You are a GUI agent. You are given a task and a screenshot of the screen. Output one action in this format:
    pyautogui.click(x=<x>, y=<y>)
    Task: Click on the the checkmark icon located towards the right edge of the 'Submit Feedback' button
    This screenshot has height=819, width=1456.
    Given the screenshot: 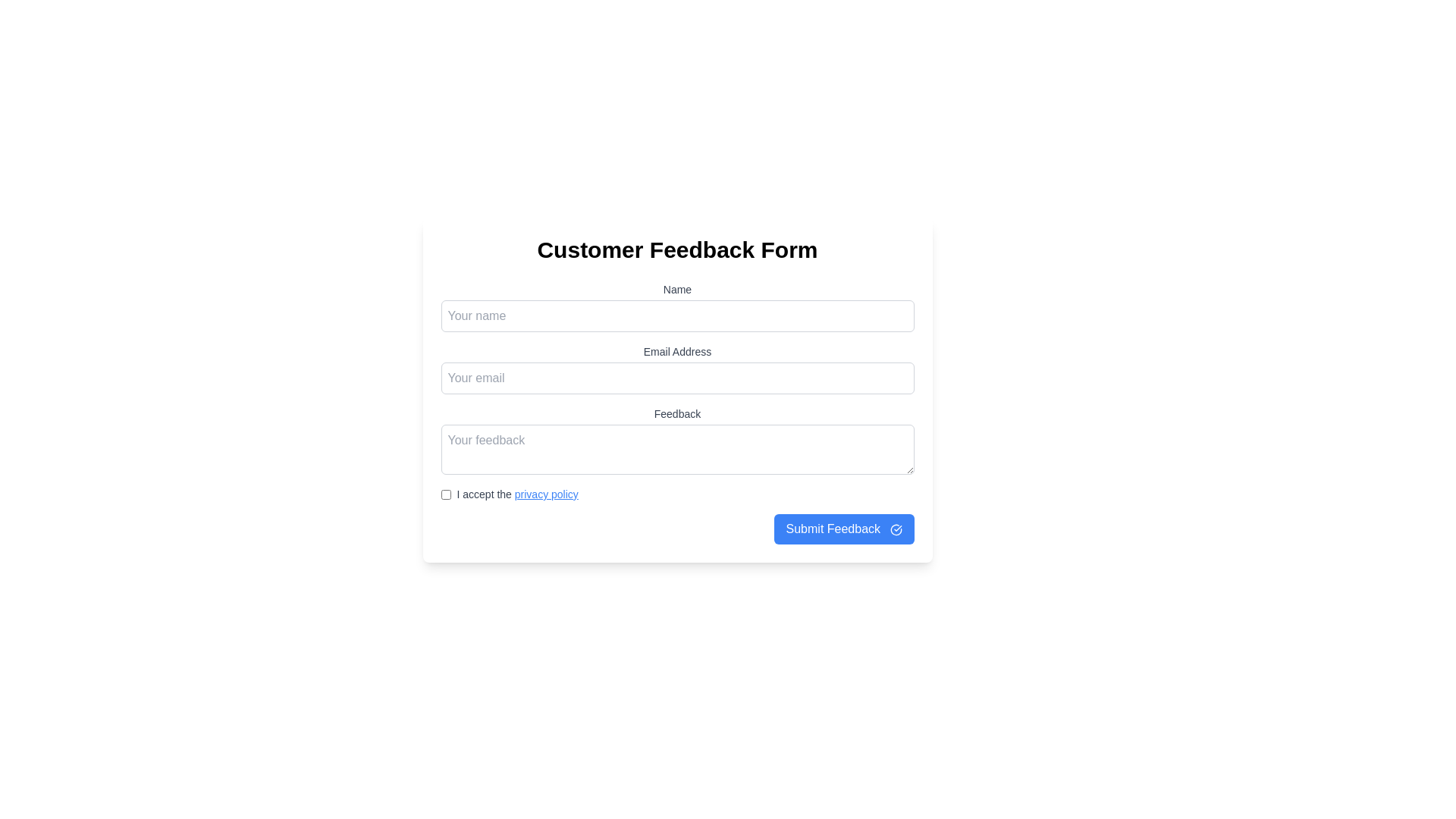 What is the action you would take?
    pyautogui.click(x=896, y=529)
    